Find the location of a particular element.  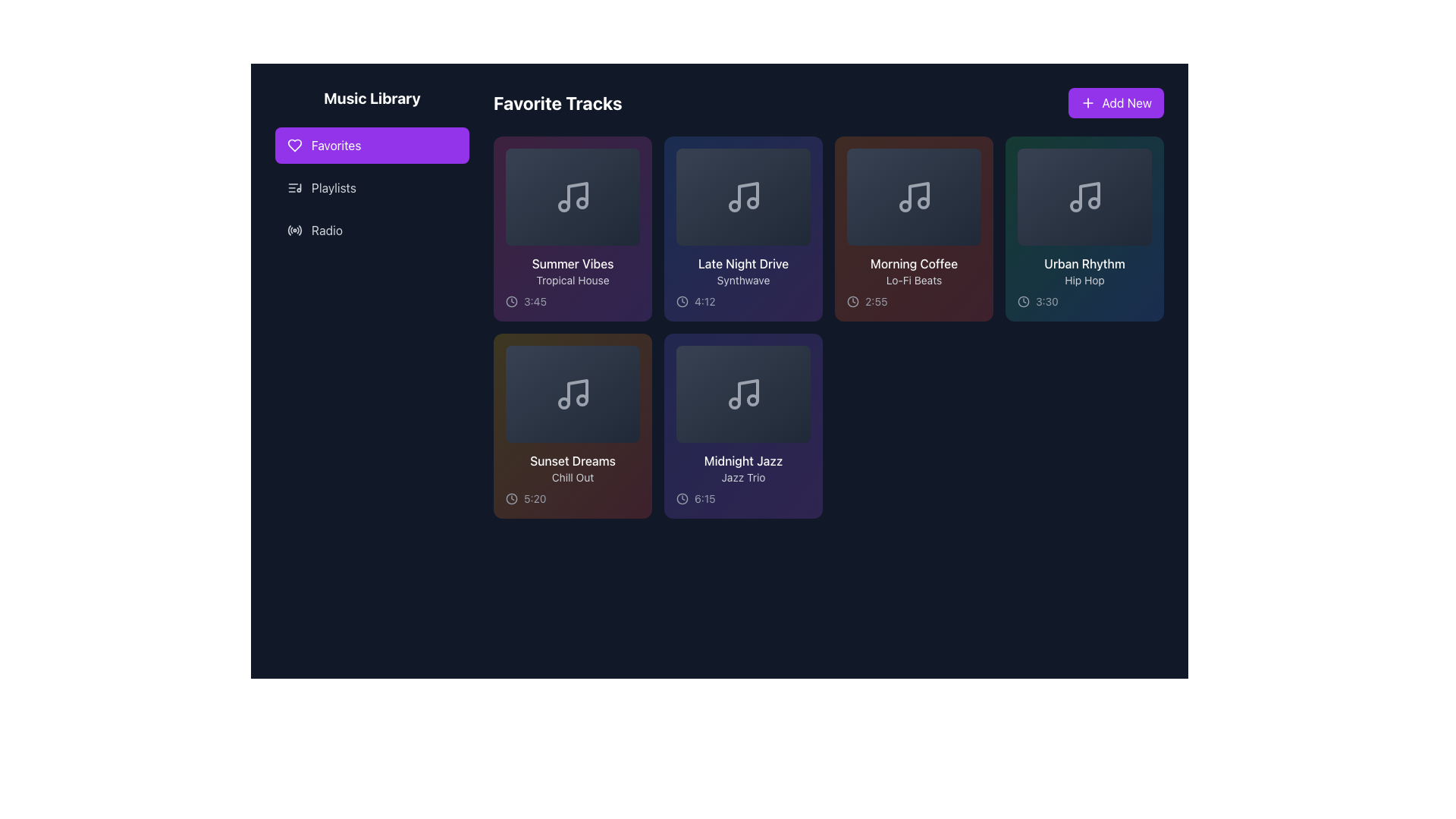

the text label displaying the title 'Urban Rhythm', located in the top-right section of the 'Favorite Tracks' grid layout, specifically in the sixth card is located at coordinates (1084, 262).